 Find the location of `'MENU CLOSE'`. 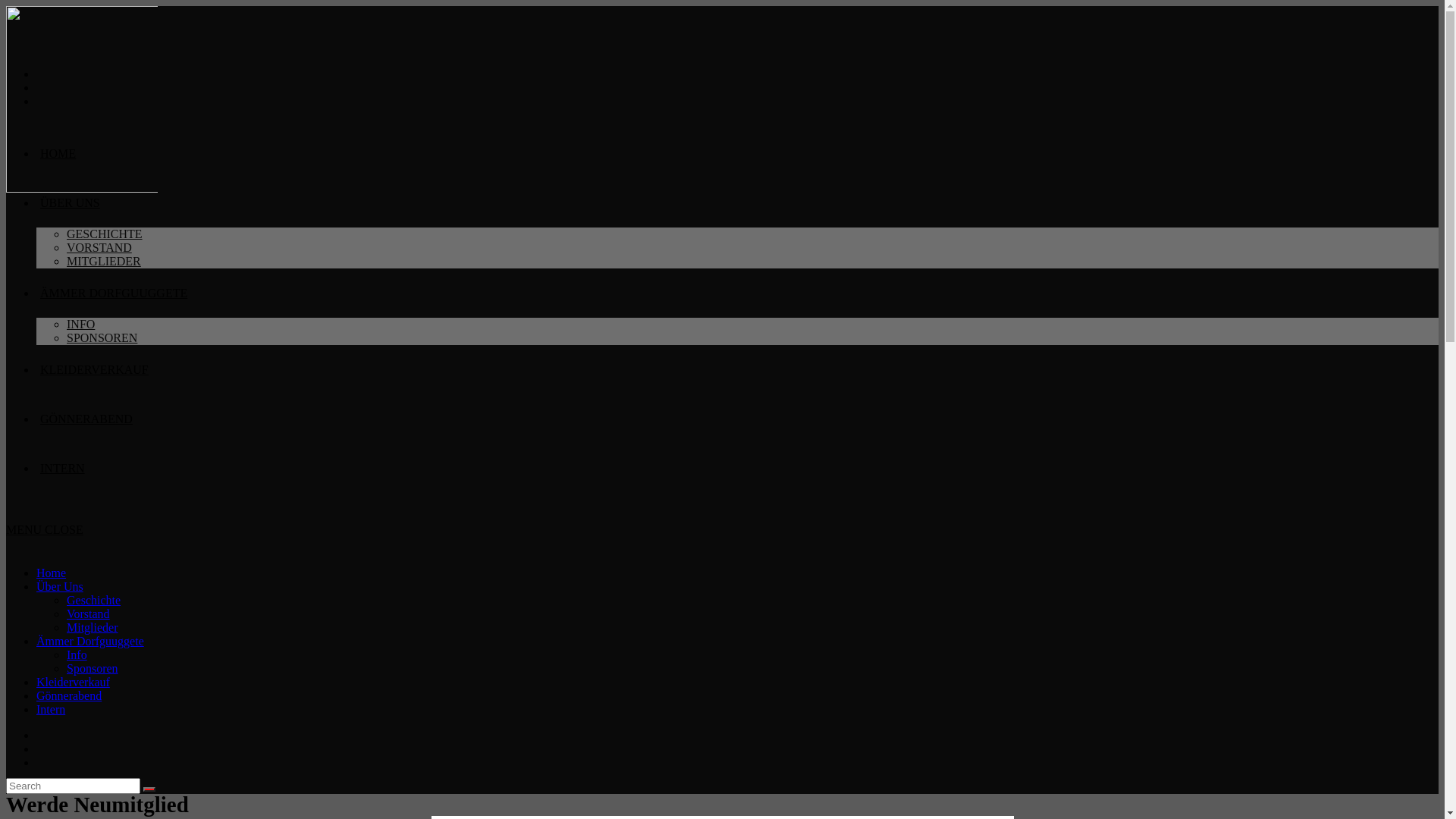

'MENU CLOSE' is located at coordinates (6, 529).